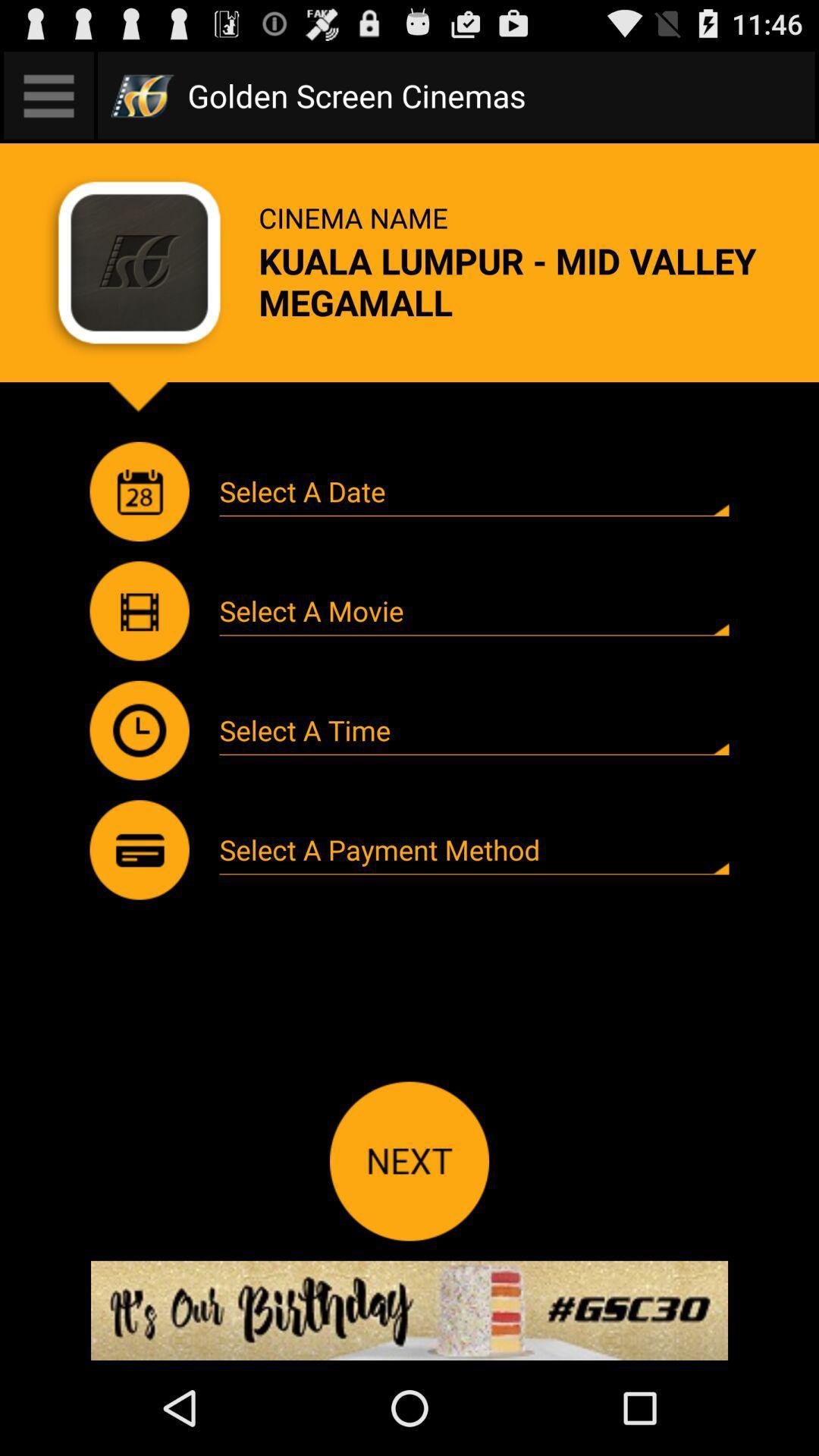  I want to click on the time icon, so click(140, 782).